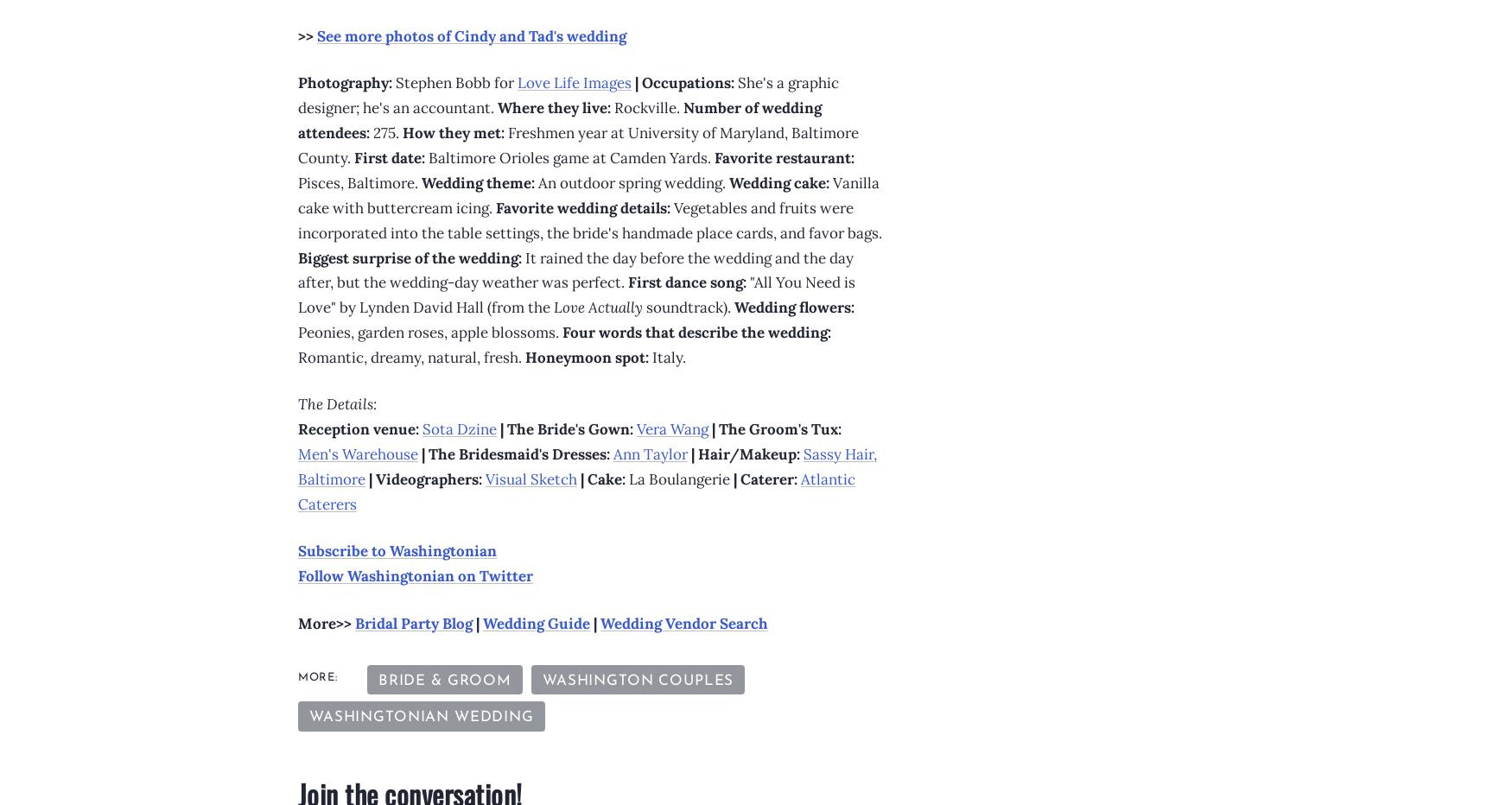 The height and width of the screenshot is (805, 1512). I want to click on 'Bride & Groom', so click(376, 681).